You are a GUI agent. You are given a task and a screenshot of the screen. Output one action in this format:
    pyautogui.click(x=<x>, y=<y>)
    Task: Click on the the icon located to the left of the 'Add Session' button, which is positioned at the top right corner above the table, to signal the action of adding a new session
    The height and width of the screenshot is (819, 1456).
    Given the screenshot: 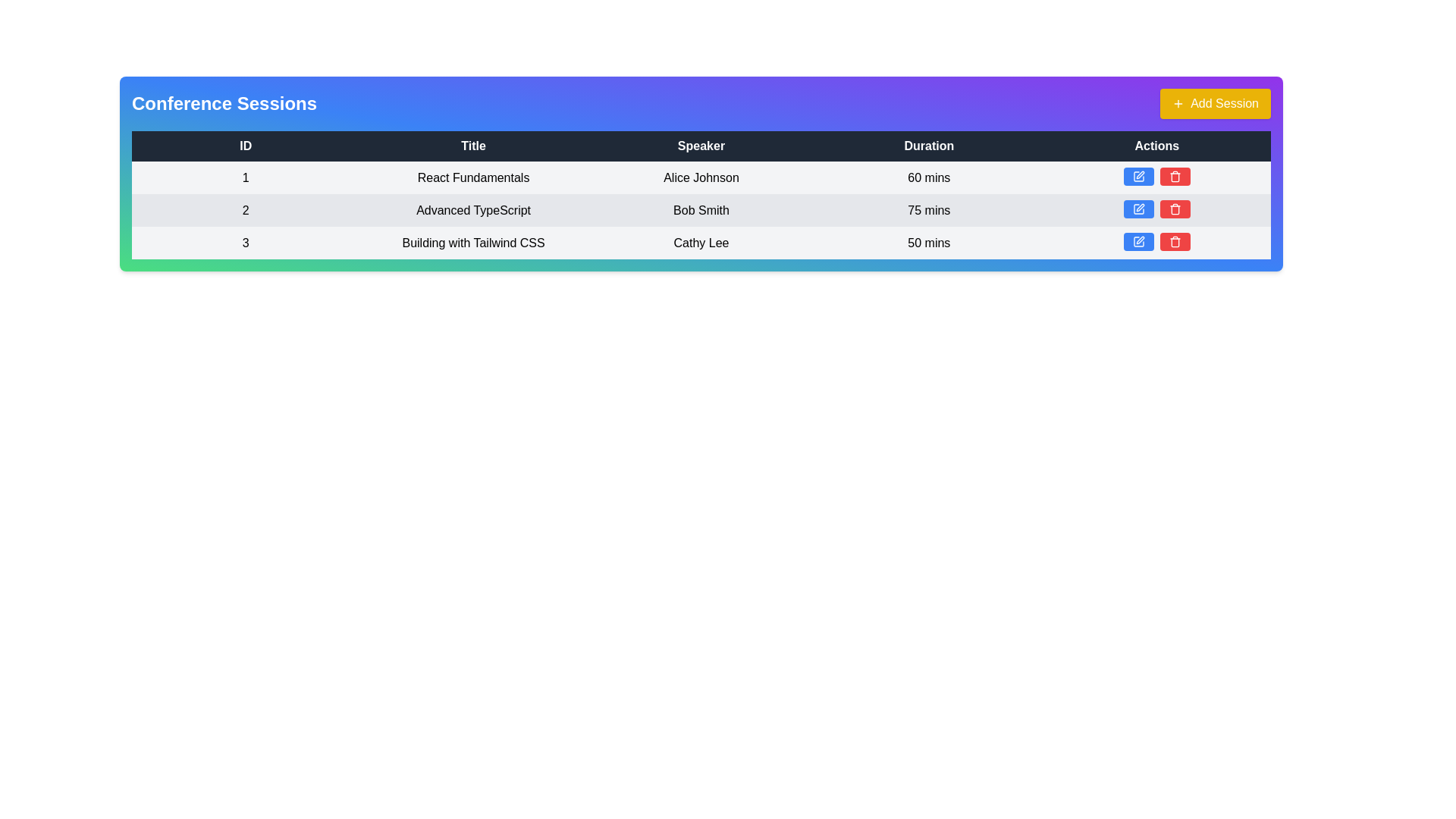 What is the action you would take?
    pyautogui.click(x=1178, y=103)
    